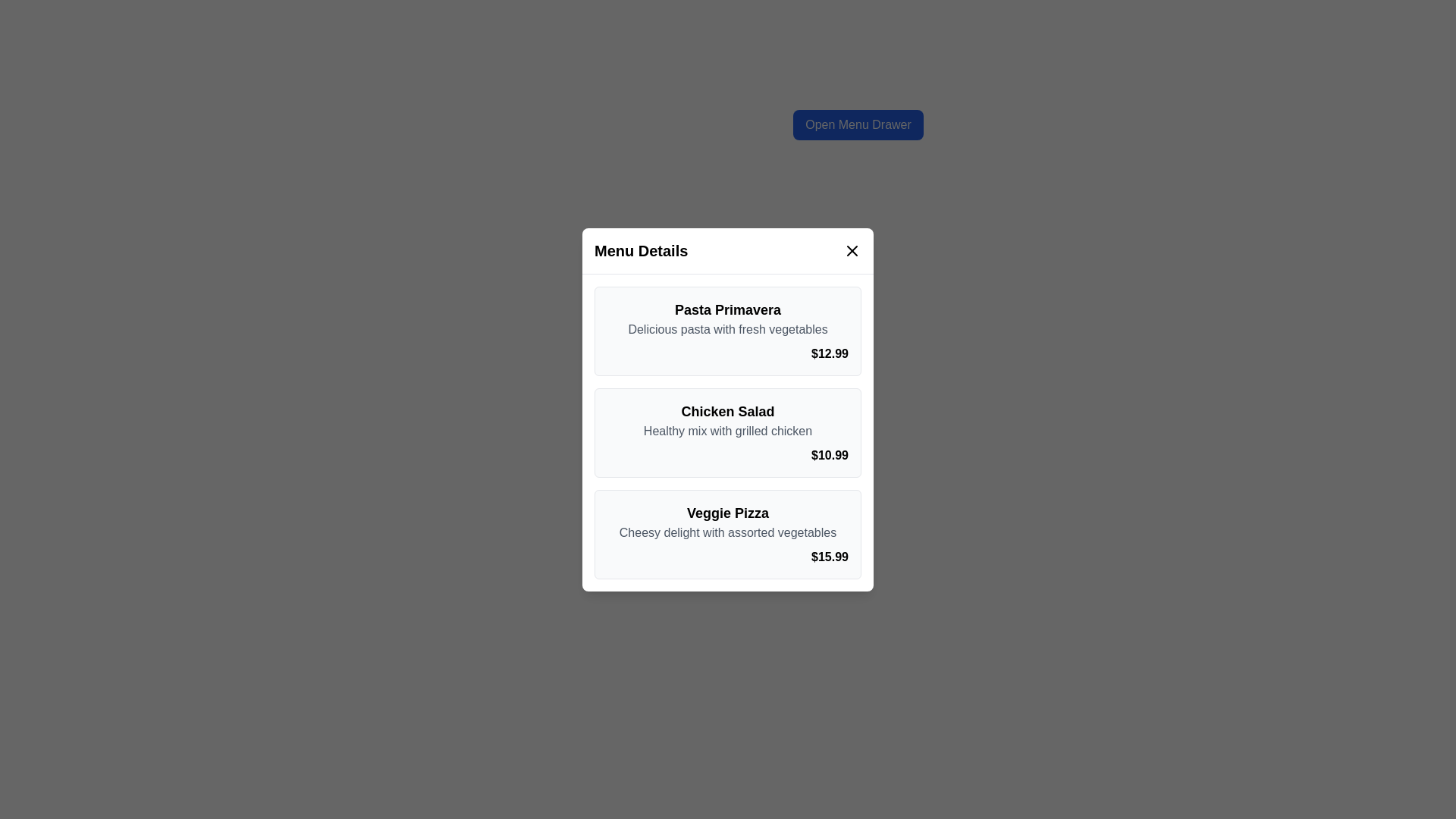 The width and height of the screenshot is (1456, 819). Describe the element at coordinates (852, 249) in the screenshot. I see `the Close Button, which is a graphical 'X' icon with black lines on a white background, positioned at the top-right corner of the 'Menu Details' overlay` at that location.